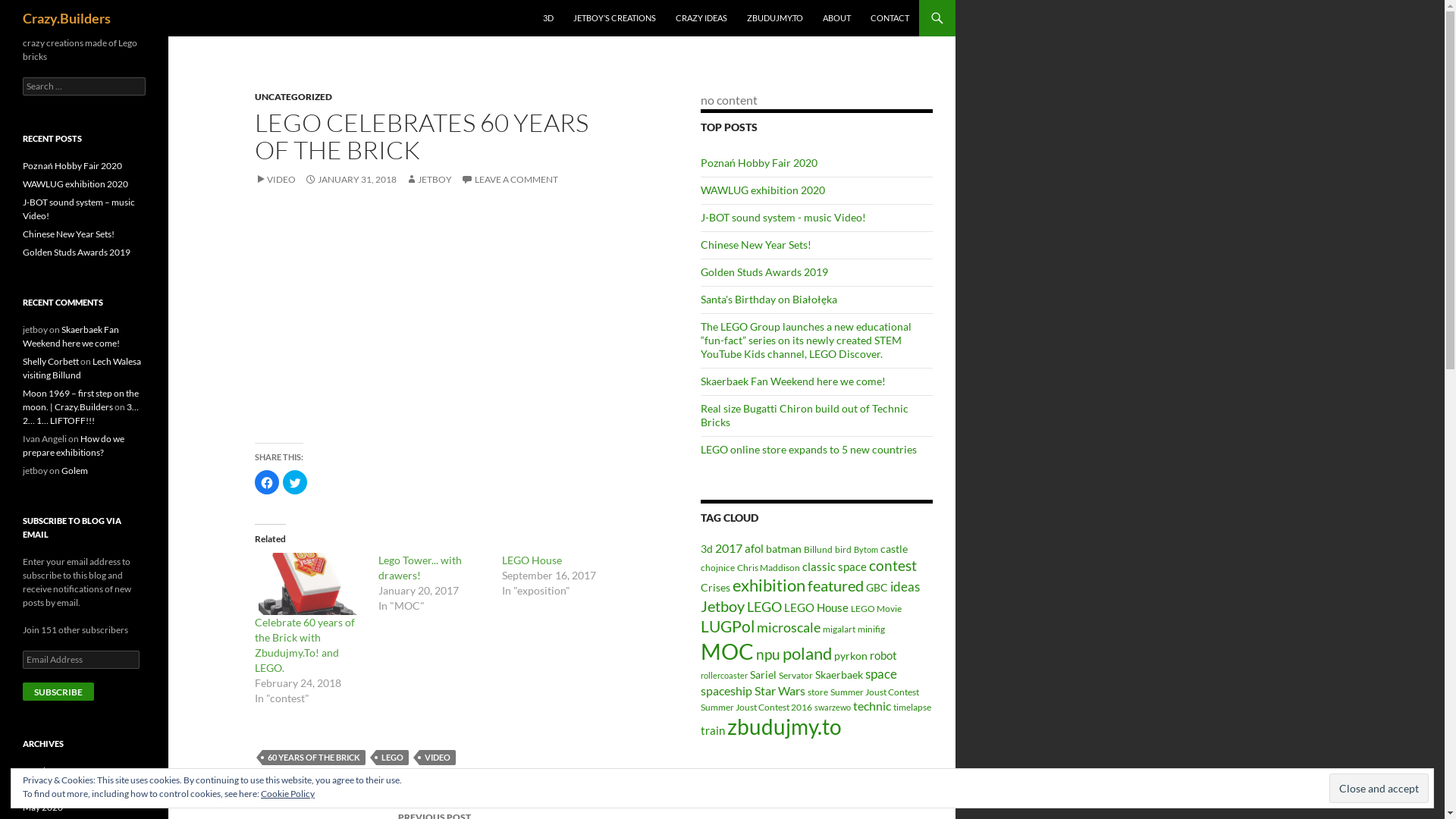 The image size is (1456, 819). What do you see at coordinates (29, 8) in the screenshot?
I see `'Search'` at bounding box center [29, 8].